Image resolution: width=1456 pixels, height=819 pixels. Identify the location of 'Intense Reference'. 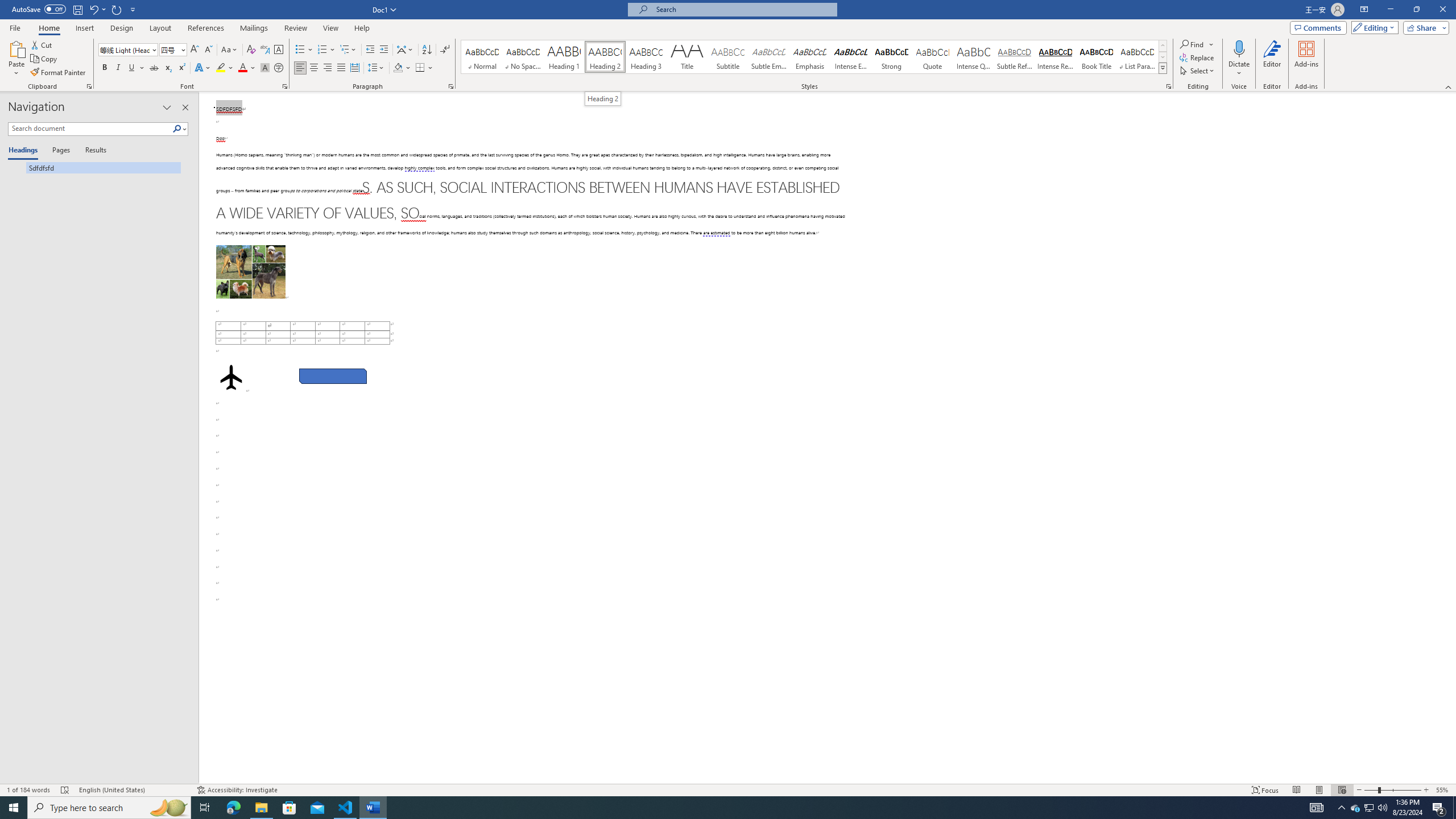
(1055, 56).